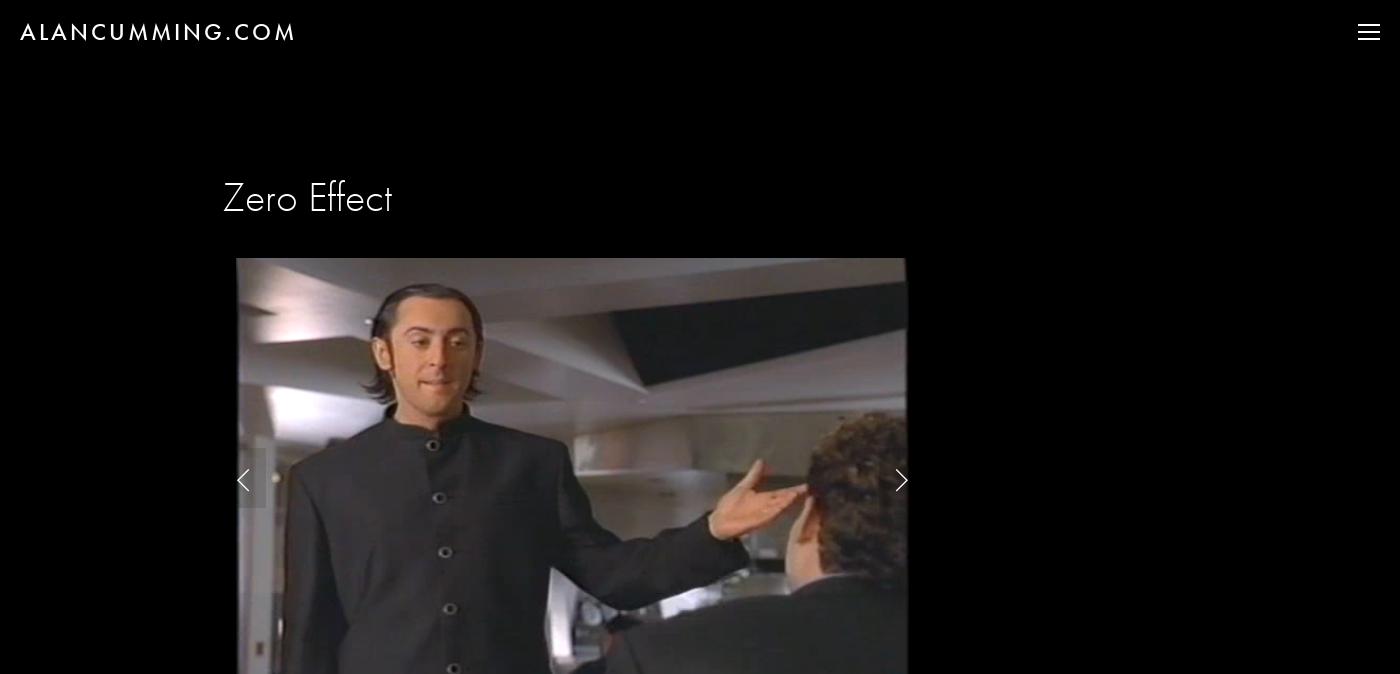 The height and width of the screenshot is (674, 1400). What do you see at coordinates (1248, 234) in the screenshot?
I see `'WHAT I'VE WON'` at bounding box center [1248, 234].